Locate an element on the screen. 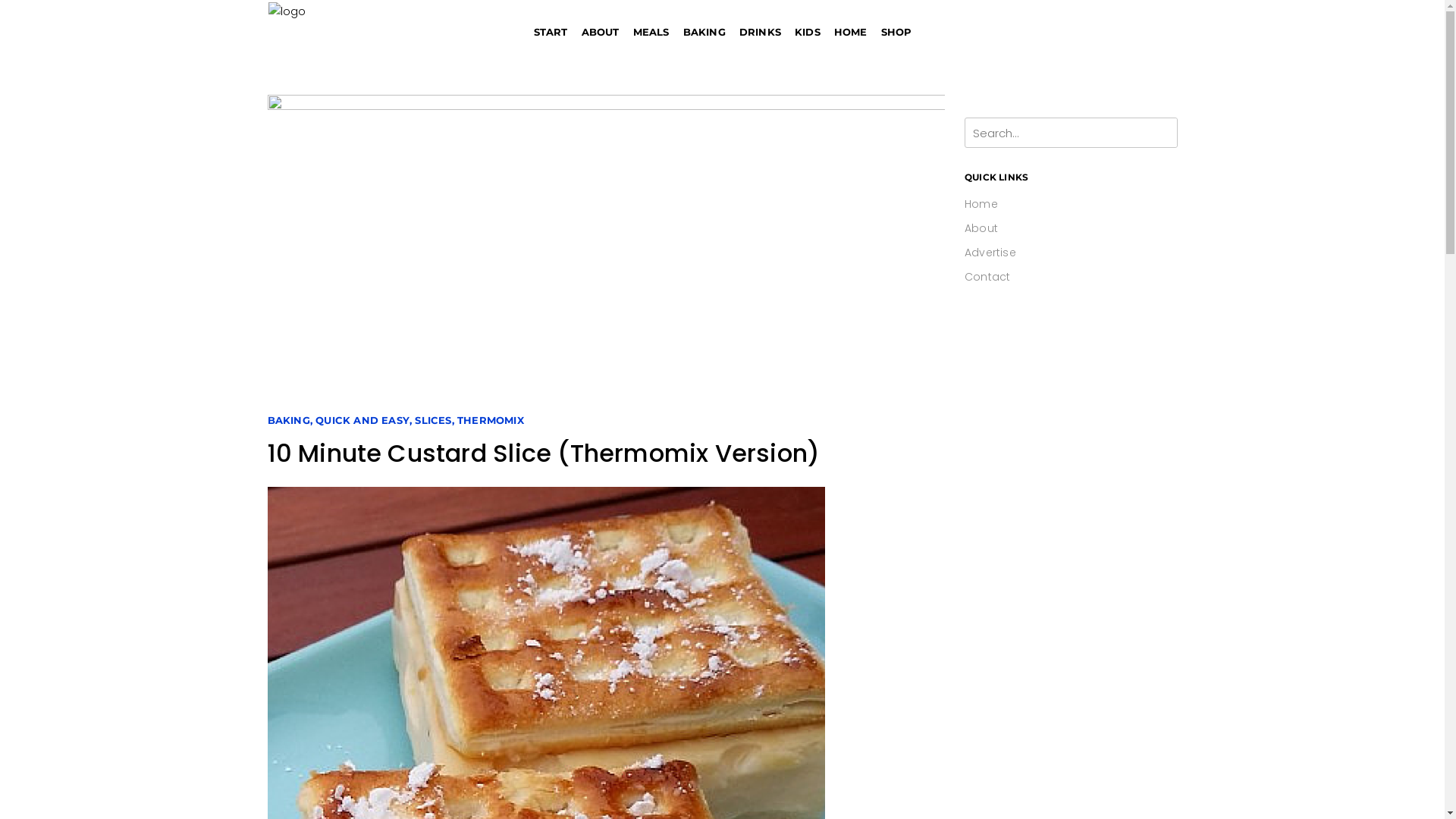 This screenshot has height=819, width=1456. 'Search for:' is located at coordinates (964, 131).